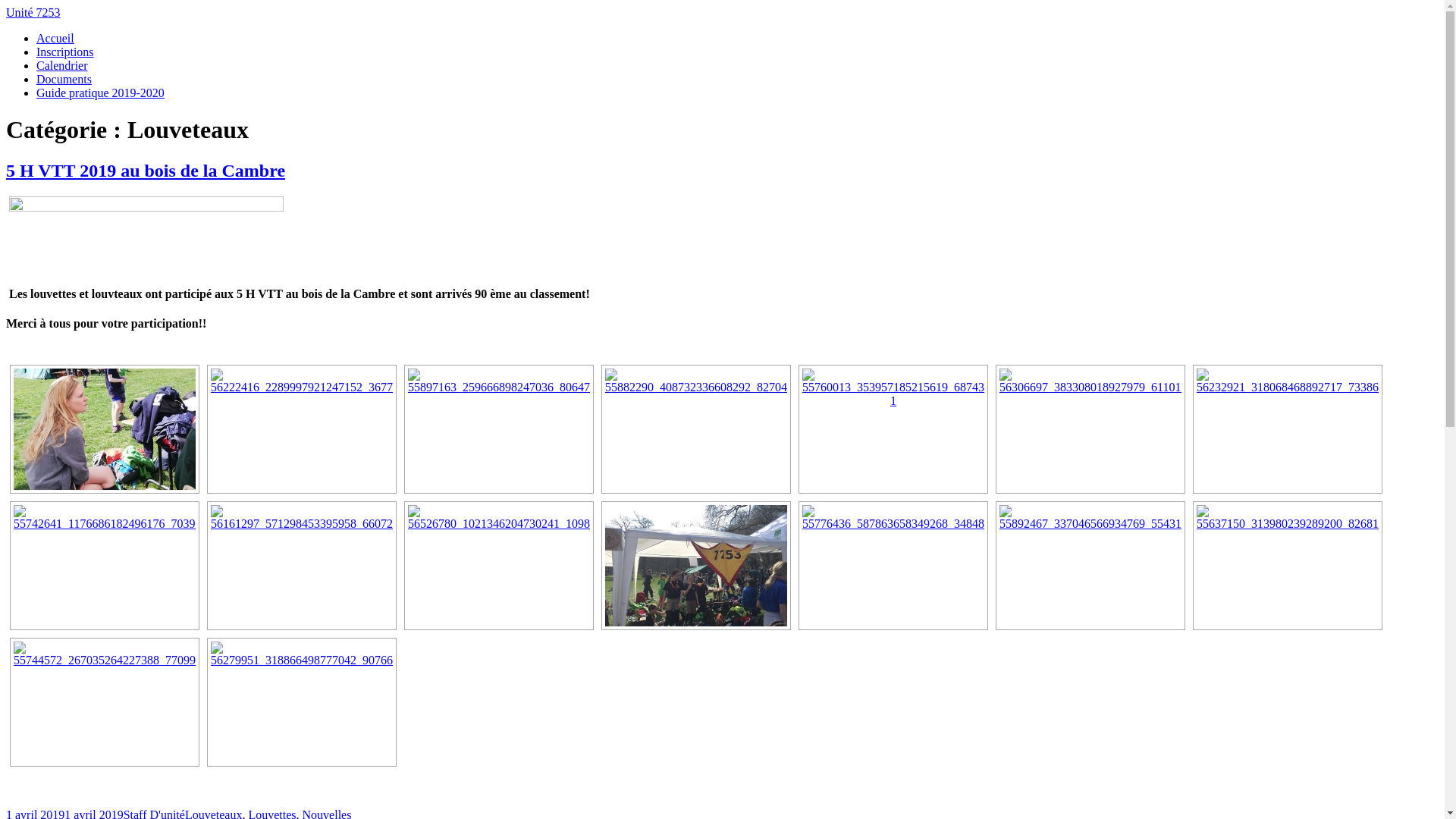 The width and height of the screenshot is (1456, 819). What do you see at coordinates (55, 37) in the screenshot?
I see `'Accueil'` at bounding box center [55, 37].